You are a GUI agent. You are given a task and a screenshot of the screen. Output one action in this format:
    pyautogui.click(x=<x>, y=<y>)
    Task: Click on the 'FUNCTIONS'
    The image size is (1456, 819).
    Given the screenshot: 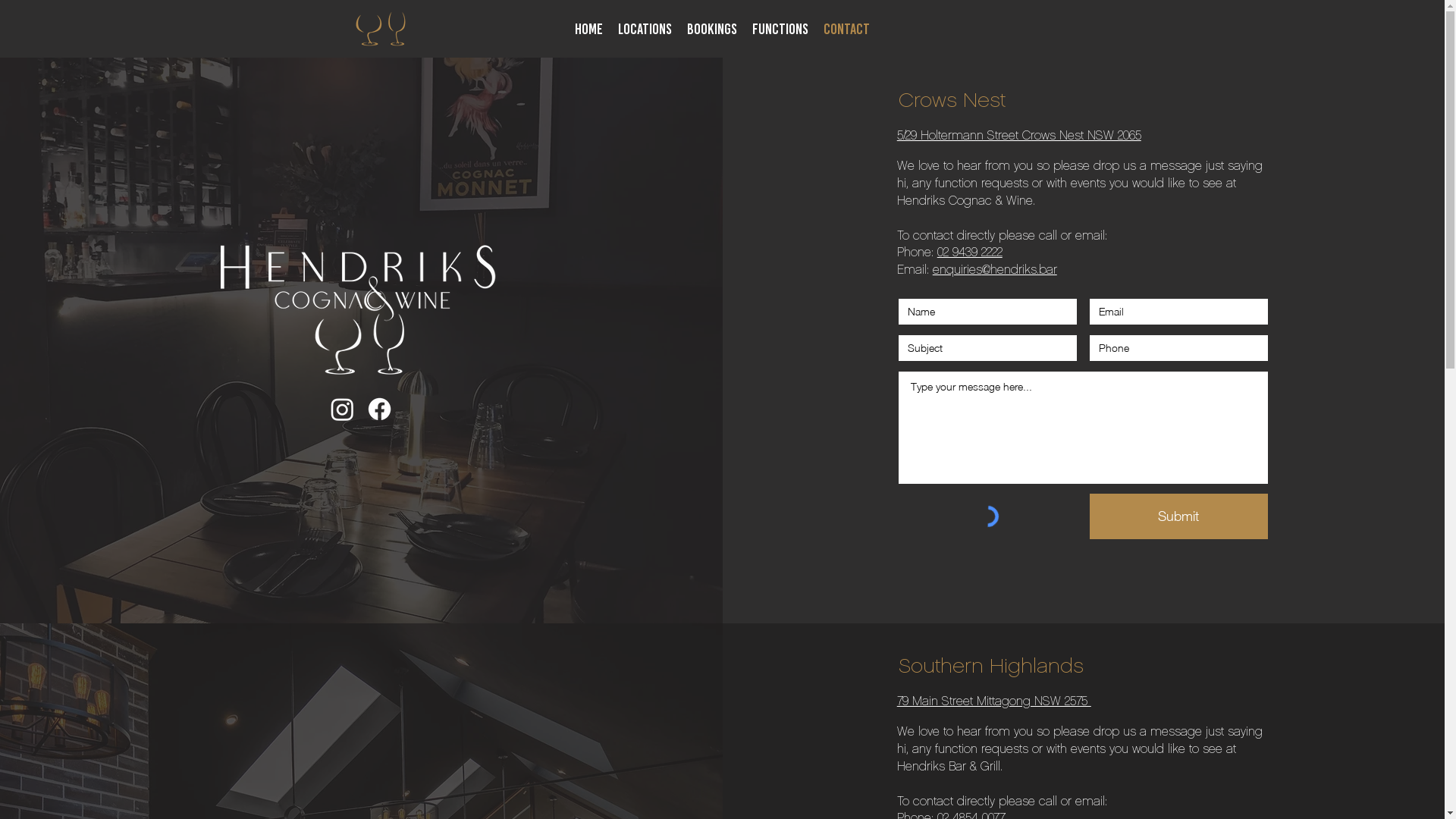 What is the action you would take?
    pyautogui.click(x=745, y=29)
    